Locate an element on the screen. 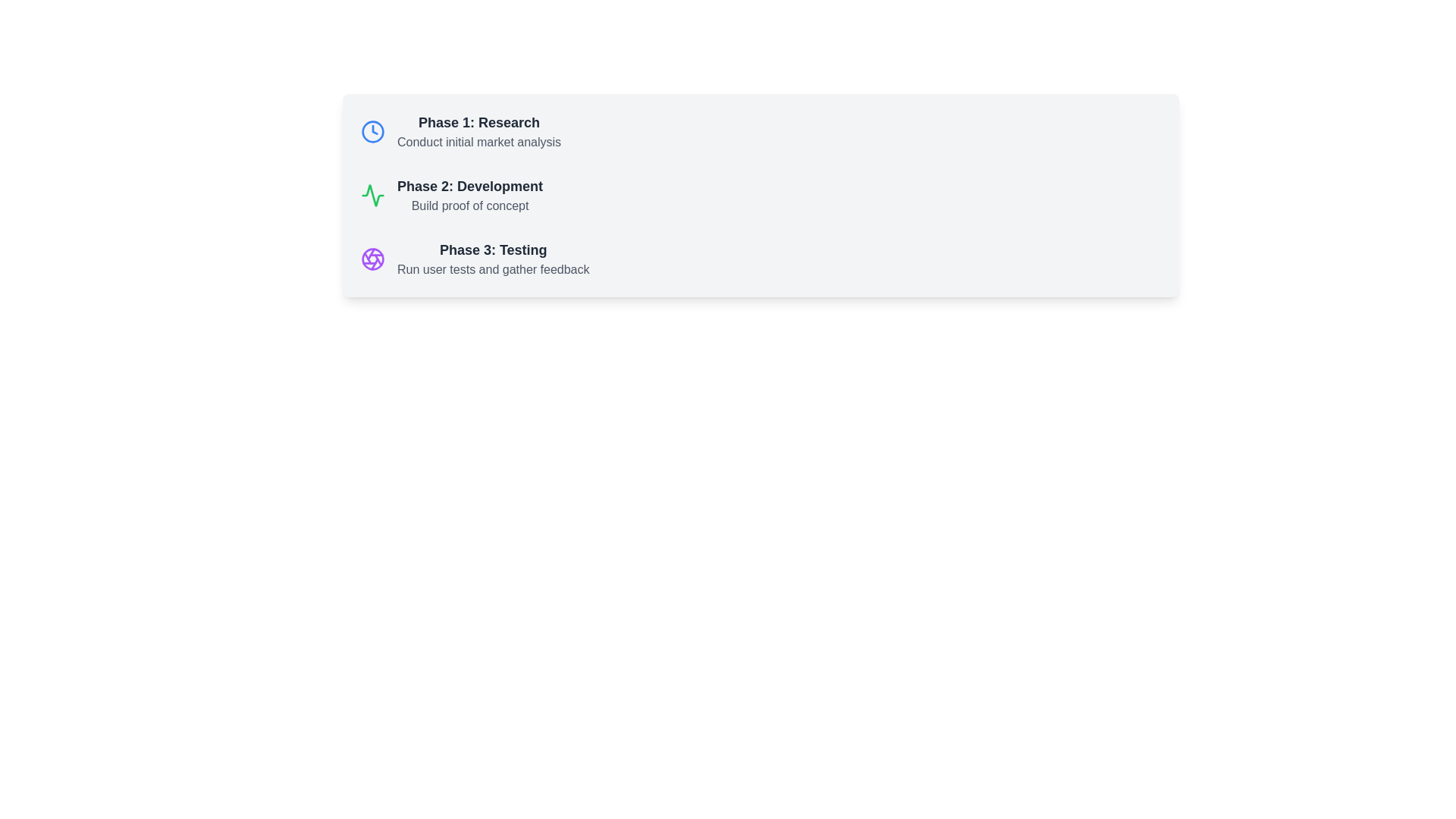 Image resolution: width=1456 pixels, height=819 pixels. the Text Label that serves as the section label for the third phase in the sequence of items is located at coordinates (493, 249).